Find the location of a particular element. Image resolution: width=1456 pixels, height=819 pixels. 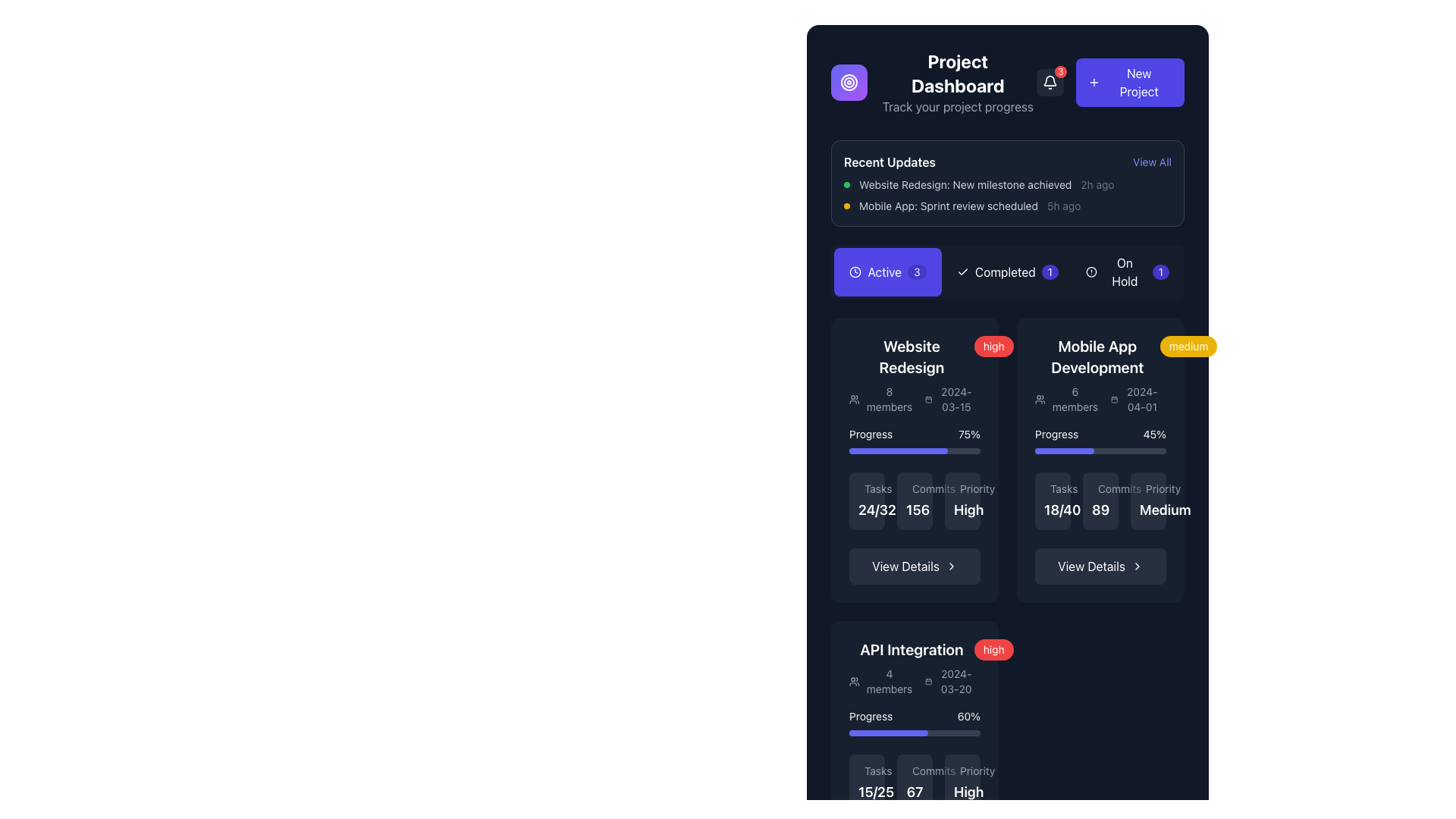

progress bar is located at coordinates (964, 733).